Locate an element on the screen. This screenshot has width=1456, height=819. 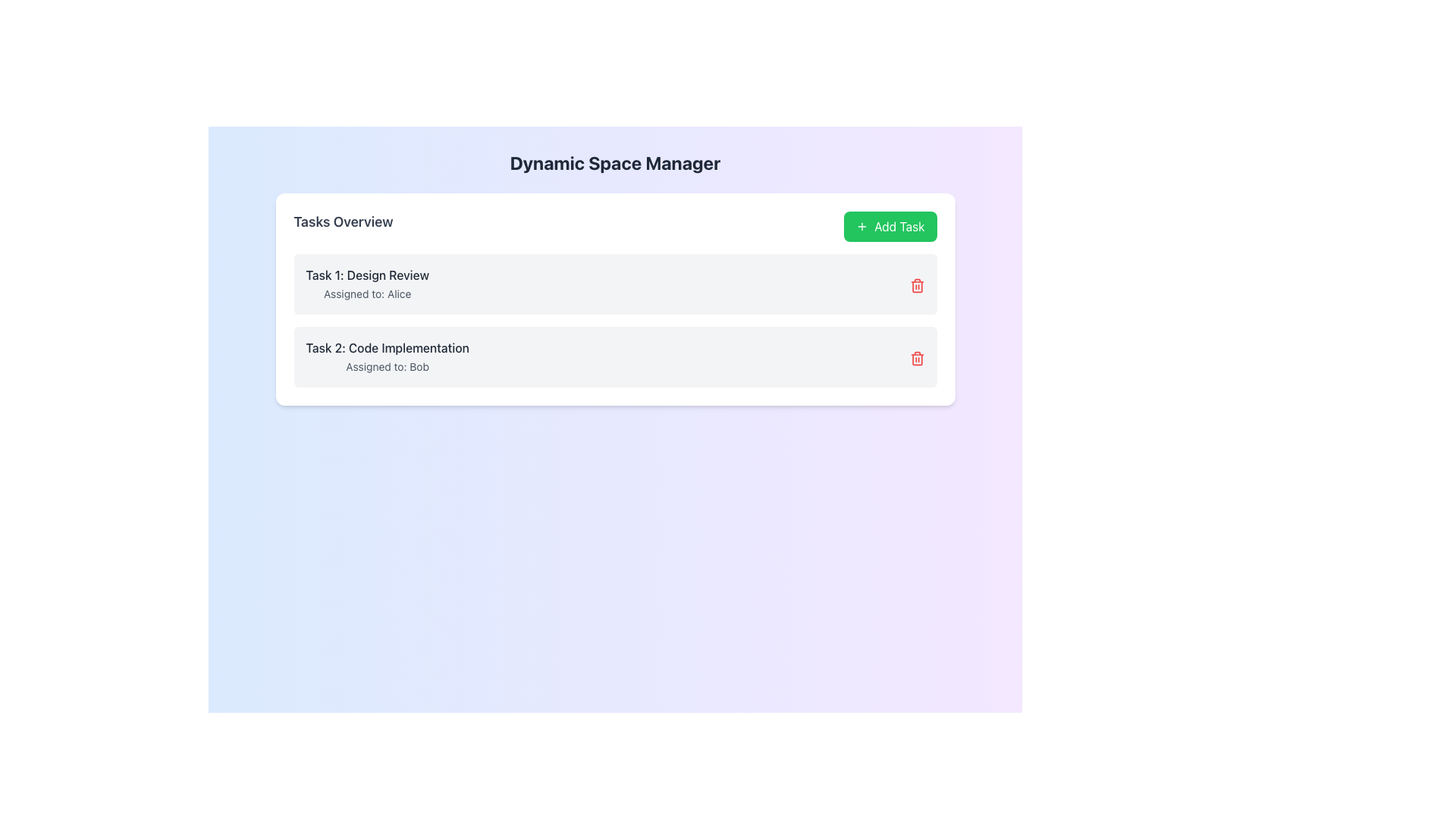
the second task block in the 'Tasks Overview' section is located at coordinates (388, 356).